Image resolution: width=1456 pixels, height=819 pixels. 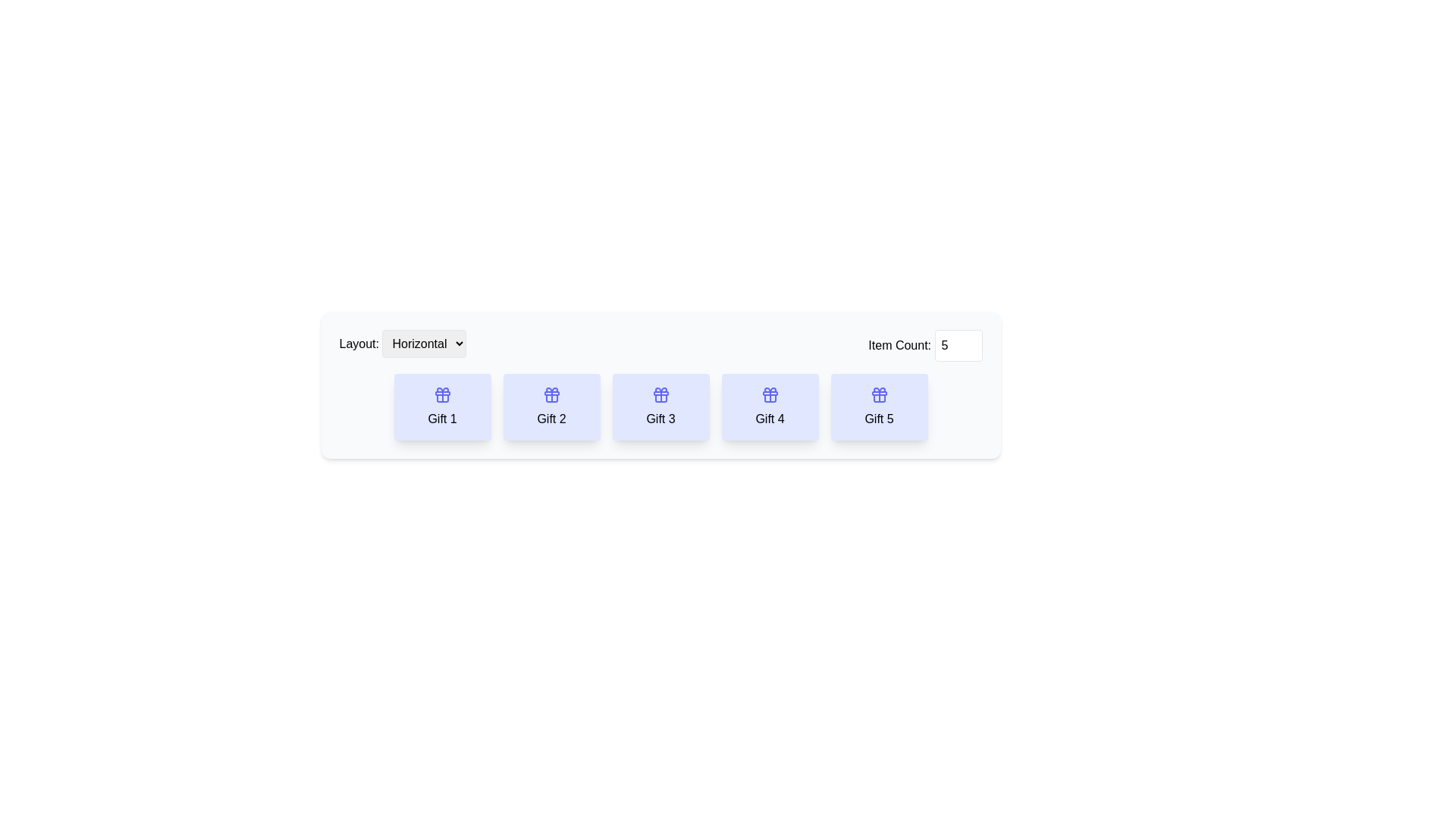 What do you see at coordinates (441, 394) in the screenshot?
I see `the gift icon located at the top-middle area of the first box in a horizontal arrangement of gift elements` at bounding box center [441, 394].